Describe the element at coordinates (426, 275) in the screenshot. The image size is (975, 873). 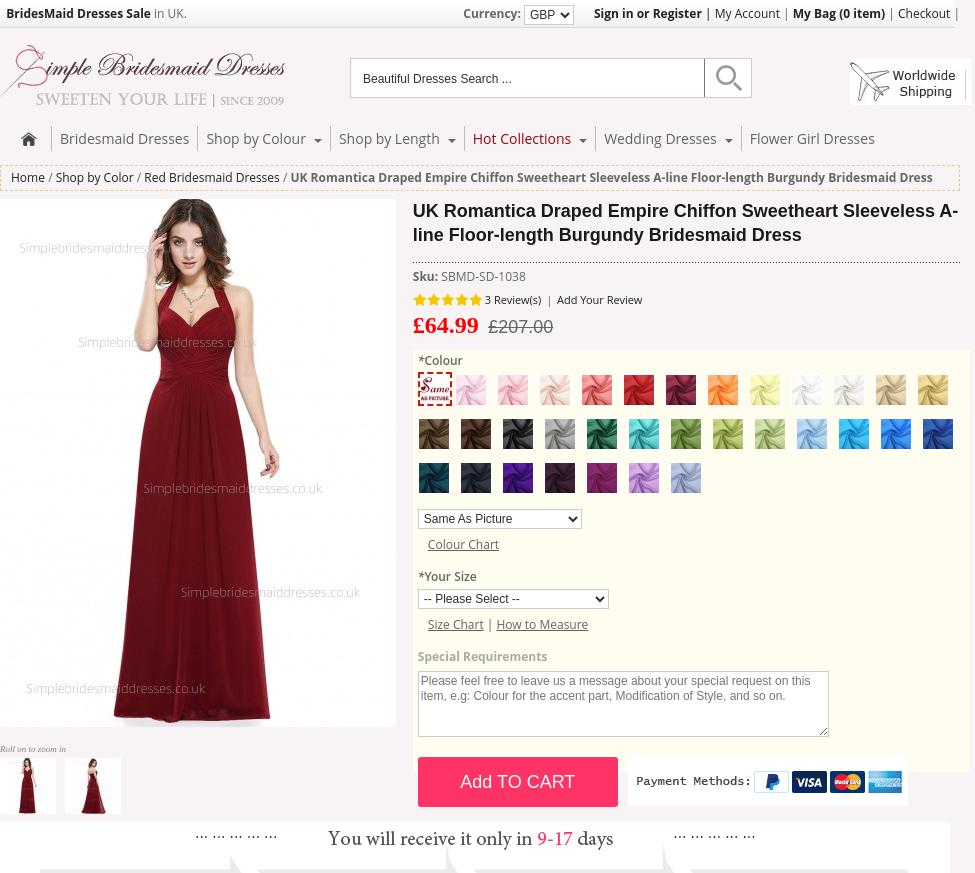
I see `'Sku:'` at that location.